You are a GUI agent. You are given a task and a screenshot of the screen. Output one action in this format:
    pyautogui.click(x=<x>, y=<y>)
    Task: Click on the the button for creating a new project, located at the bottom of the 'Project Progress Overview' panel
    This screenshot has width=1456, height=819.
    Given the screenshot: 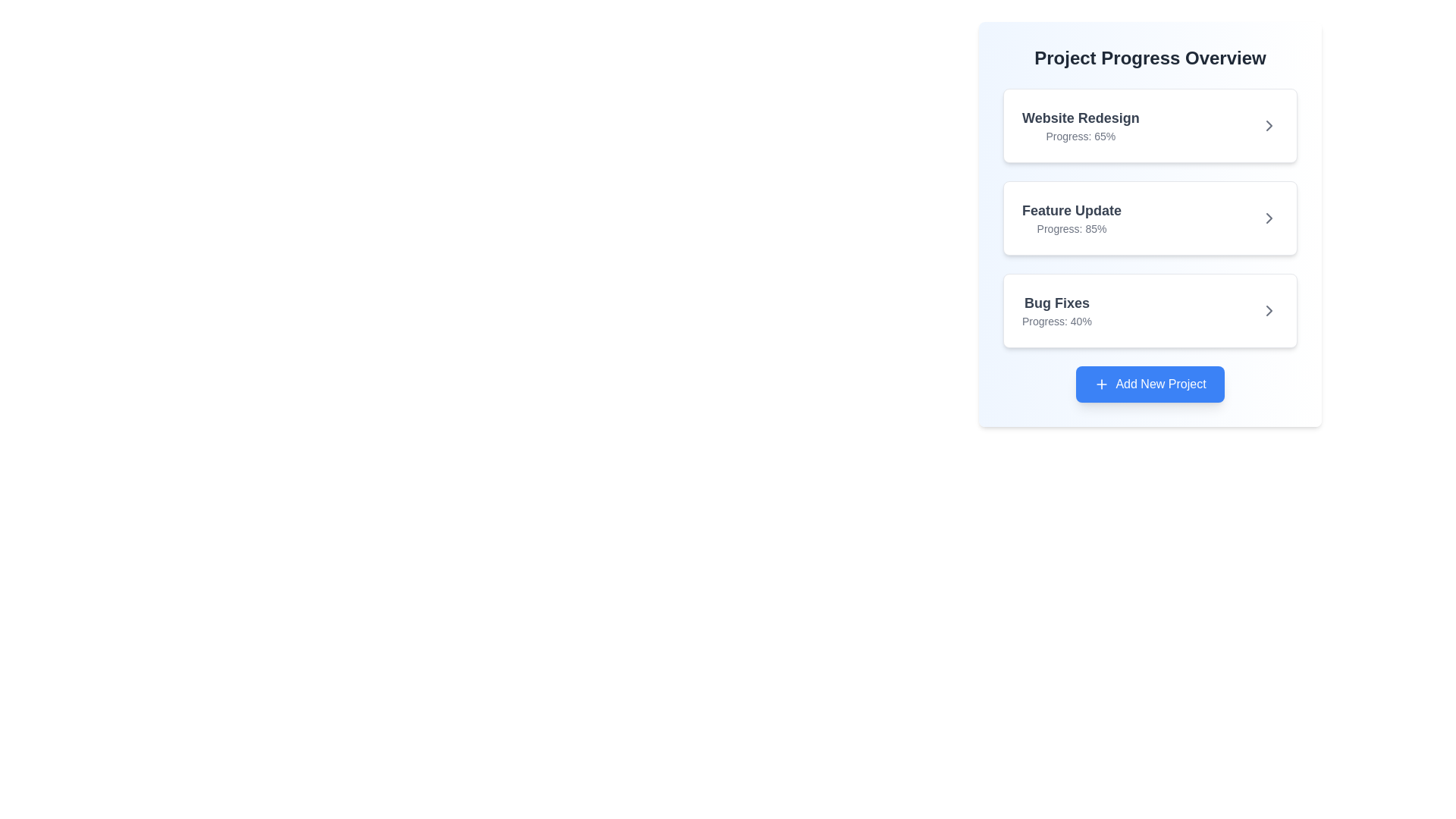 What is the action you would take?
    pyautogui.click(x=1150, y=383)
    